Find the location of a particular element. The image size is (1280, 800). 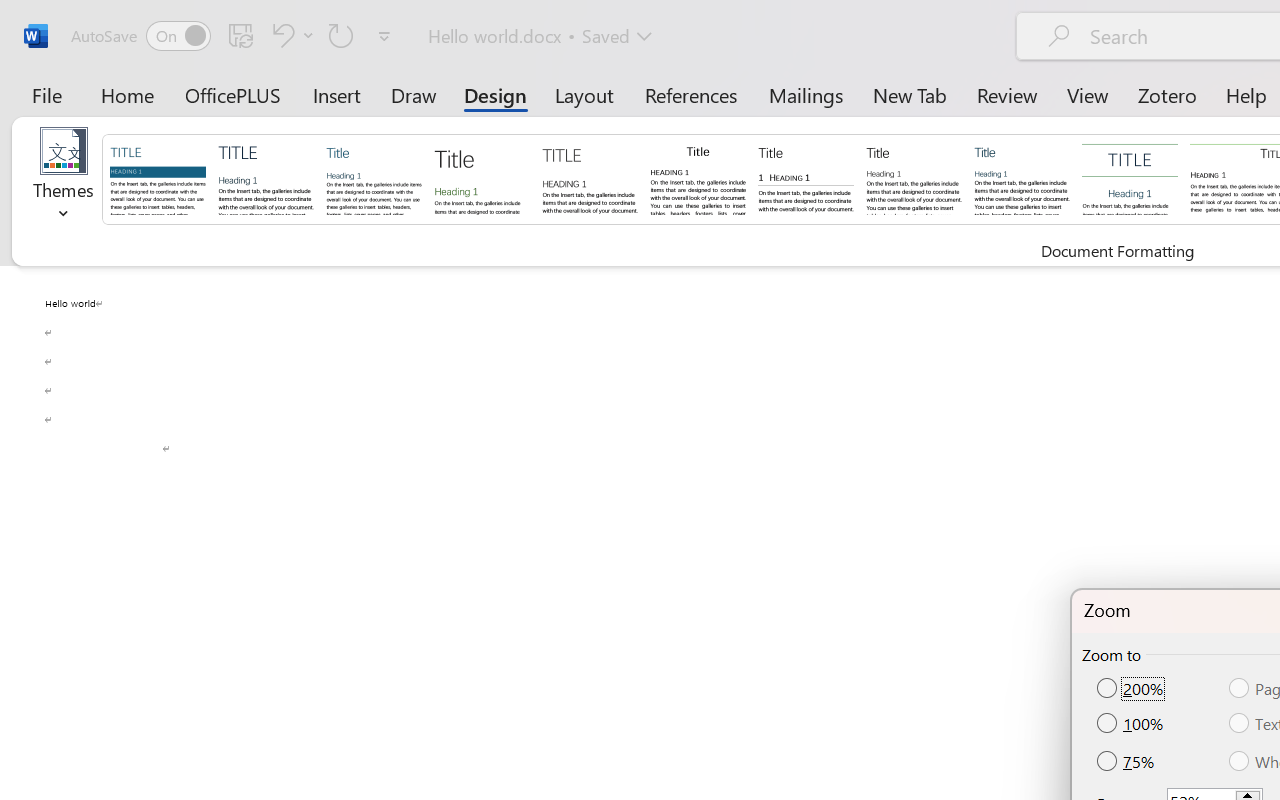

'Review' is located at coordinates (1007, 94).